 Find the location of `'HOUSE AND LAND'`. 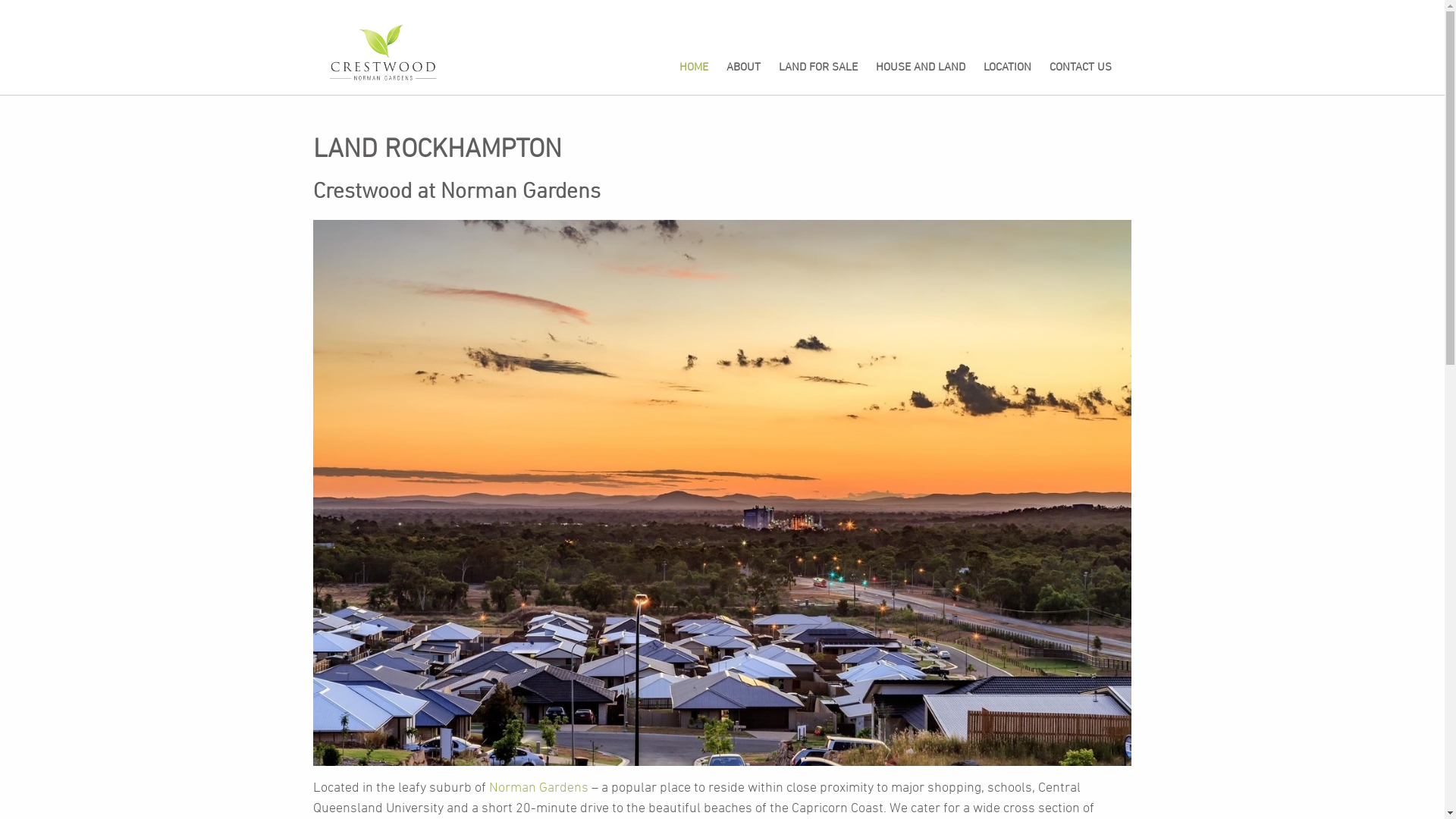

'HOUSE AND LAND' is located at coordinates (920, 67).